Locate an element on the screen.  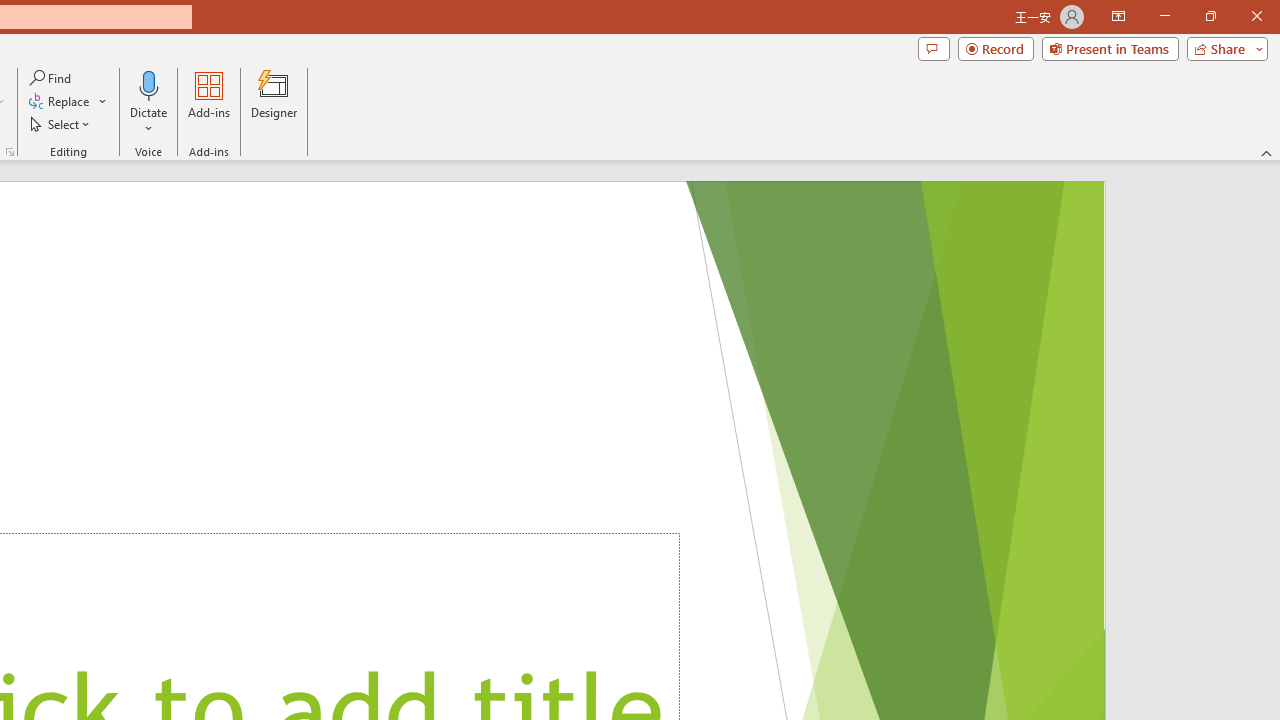
'Present in Teams' is located at coordinates (1109, 47).